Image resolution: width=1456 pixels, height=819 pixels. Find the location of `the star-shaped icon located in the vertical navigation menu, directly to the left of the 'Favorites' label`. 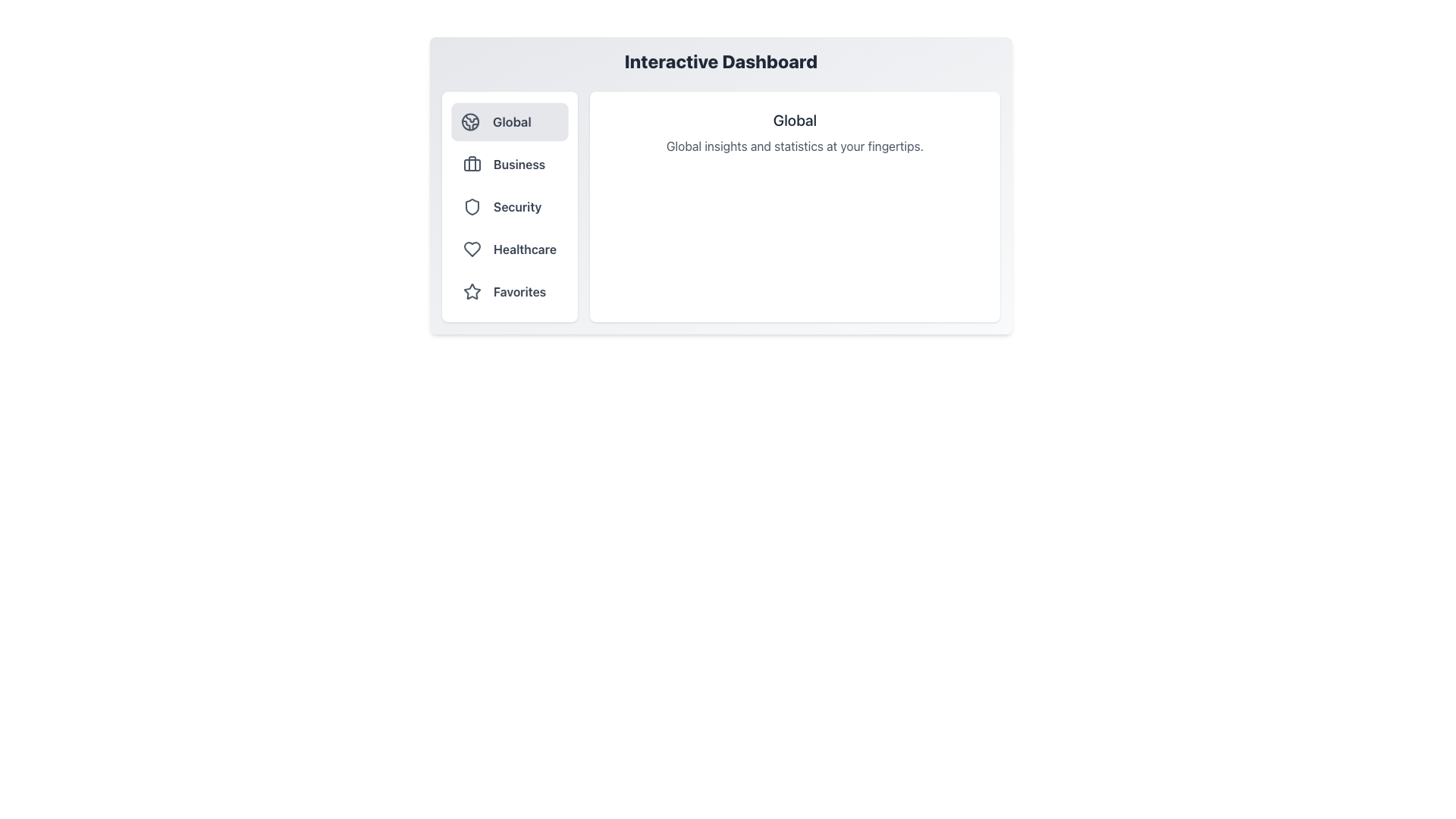

the star-shaped icon located in the vertical navigation menu, directly to the left of the 'Favorites' label is located at coordinates (471, 291).